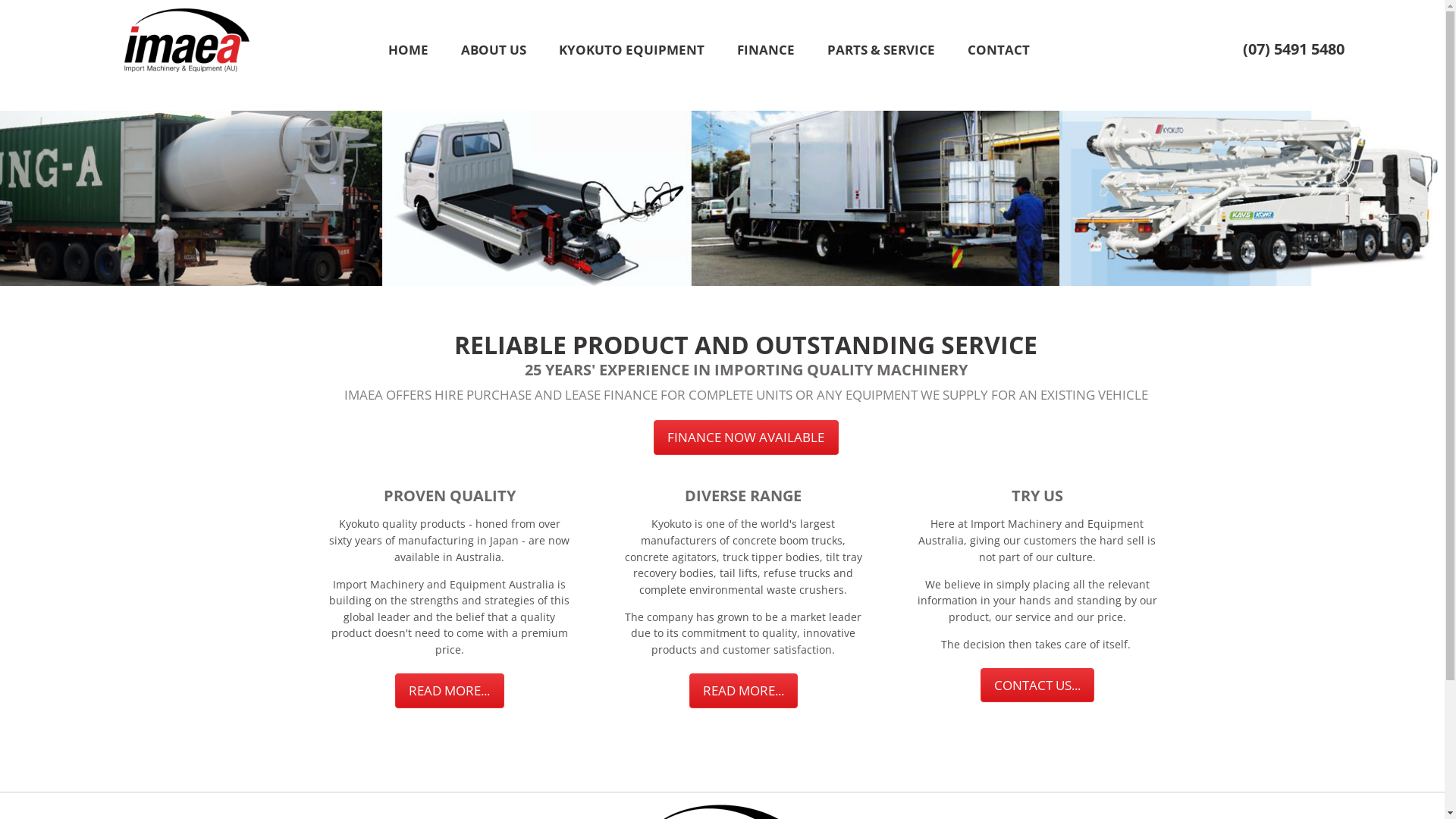 Image resolution: width=1456 pixels, height=819 pixels. What do you see at coordinates (1291, 48) in the screenshot?
I see `'(07) 5491 5480'` at bounding box center [1291, 48].